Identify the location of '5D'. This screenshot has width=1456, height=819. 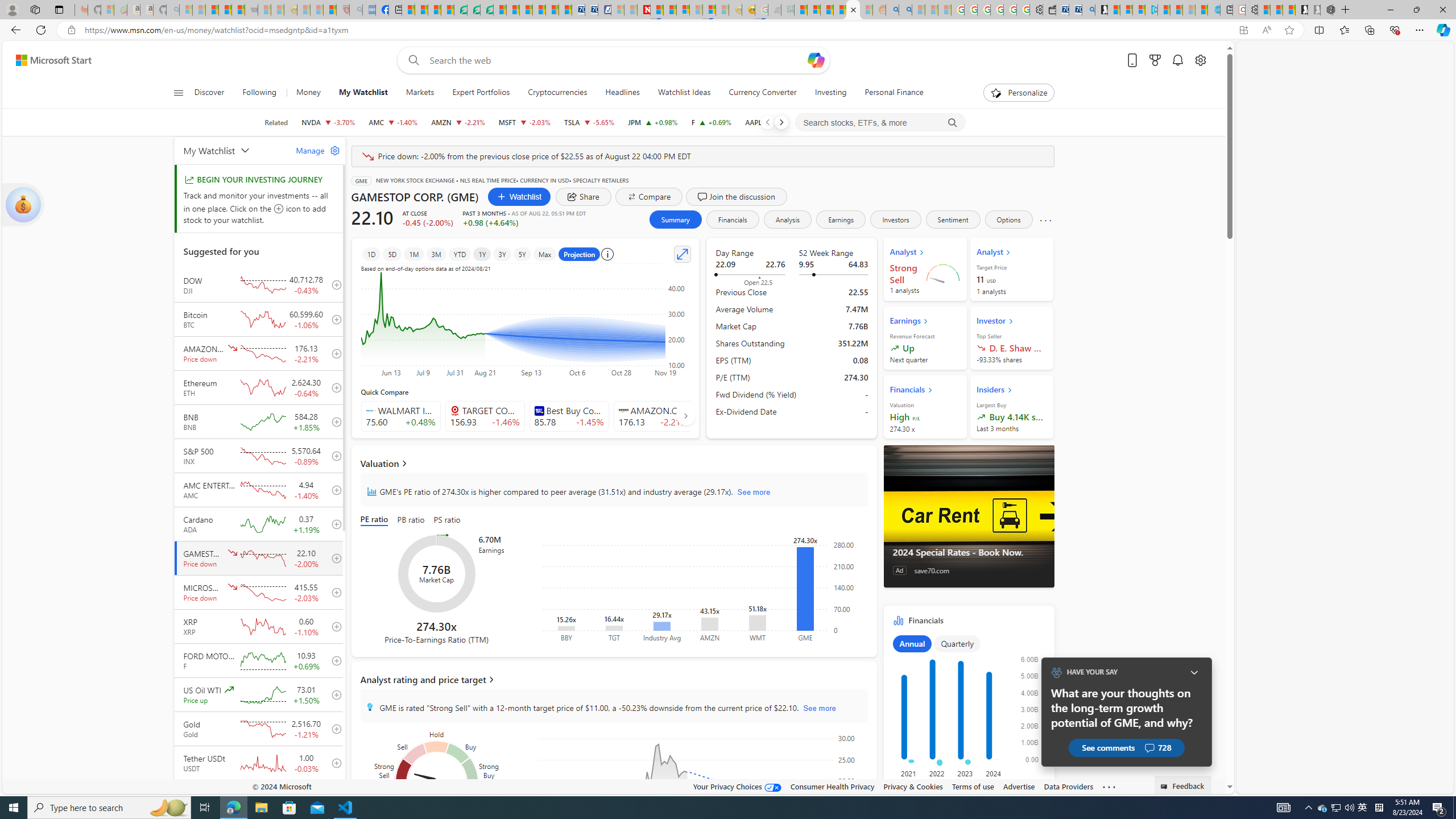
(391, 254).